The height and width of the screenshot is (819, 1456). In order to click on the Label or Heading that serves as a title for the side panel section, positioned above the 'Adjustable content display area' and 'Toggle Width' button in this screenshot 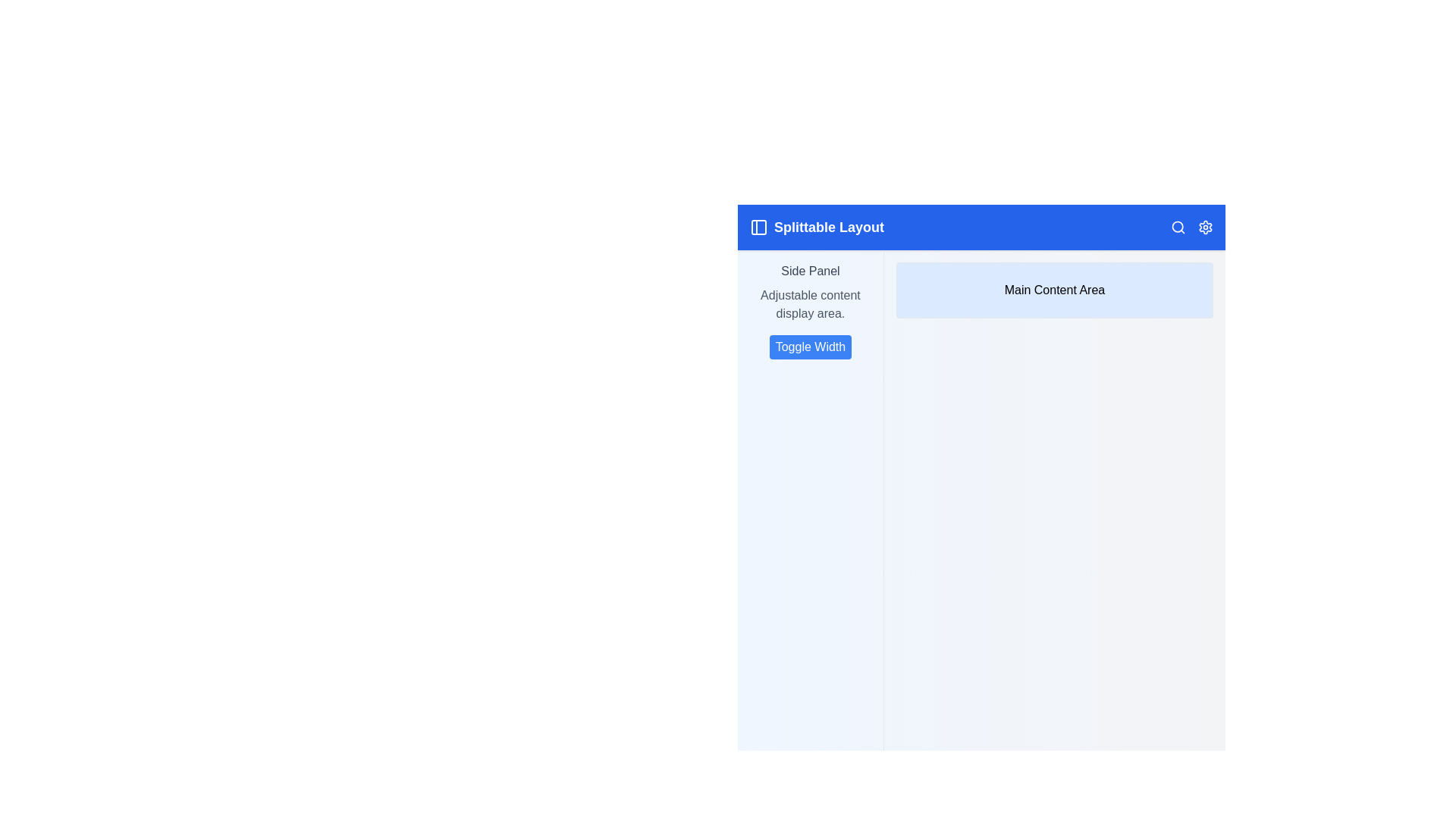, I will do `click(809, 271)`.